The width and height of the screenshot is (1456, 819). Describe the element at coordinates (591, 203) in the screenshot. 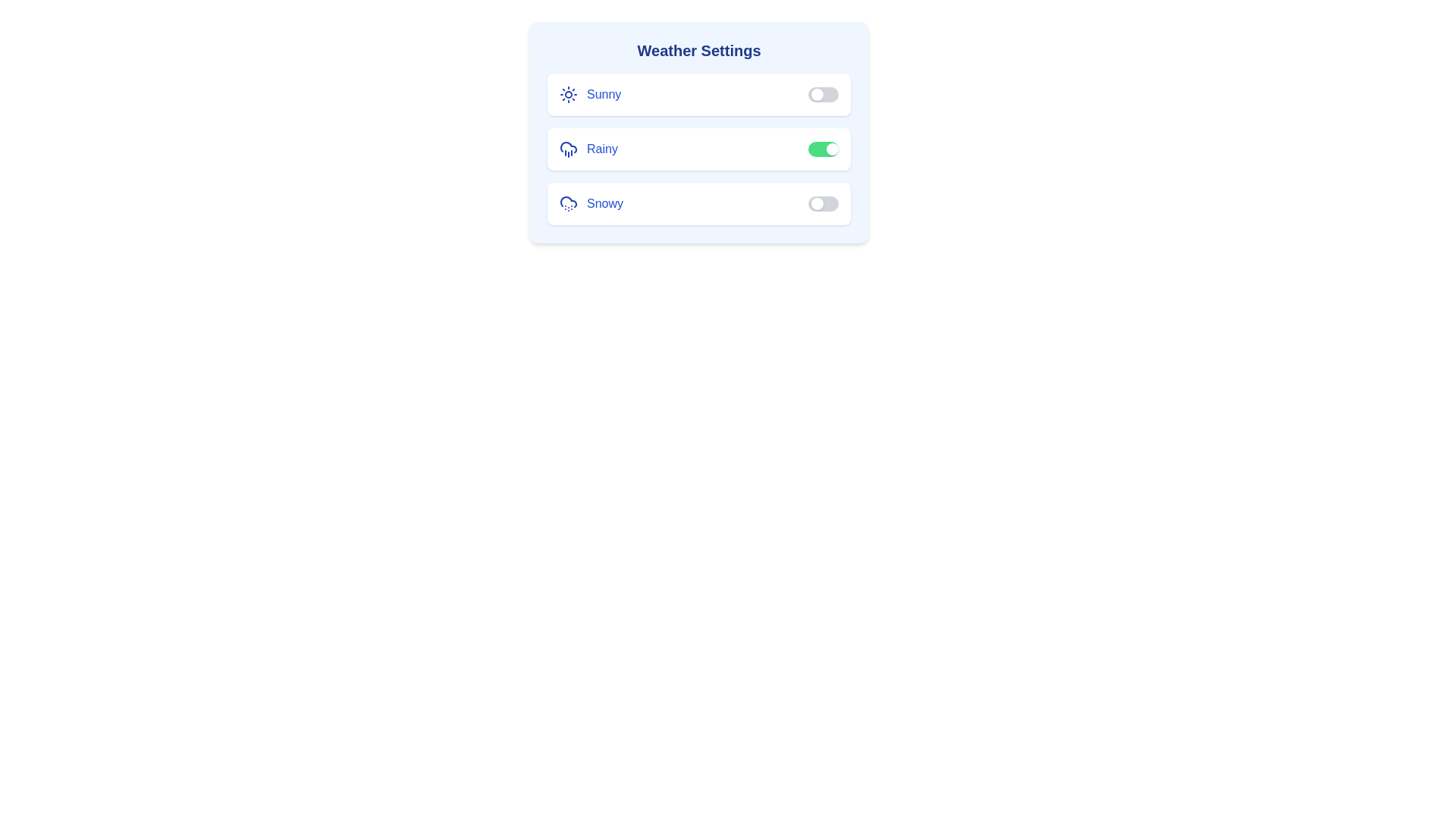

I see `the 'Snowy' weather condition label located in the third row of the weather options within the 'Weather Settings' card, positioned to the left of the toggle switch` at that location.